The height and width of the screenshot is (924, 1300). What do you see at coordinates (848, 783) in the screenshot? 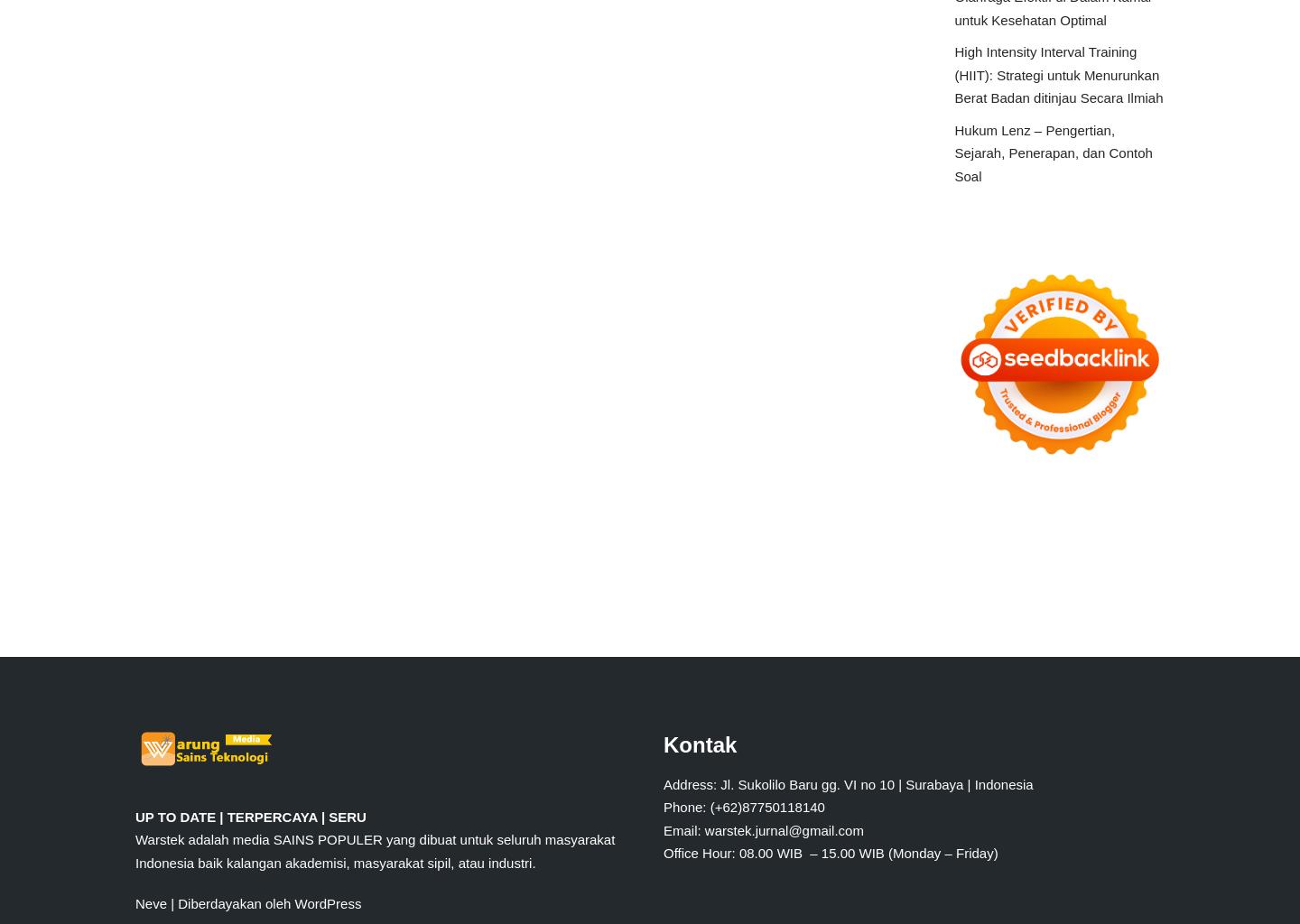
I see `'Address: Jl. Sukolilo Baru gg. VI no 10 | Surabaya | Indonesia'` at bounding box center [848, 783].